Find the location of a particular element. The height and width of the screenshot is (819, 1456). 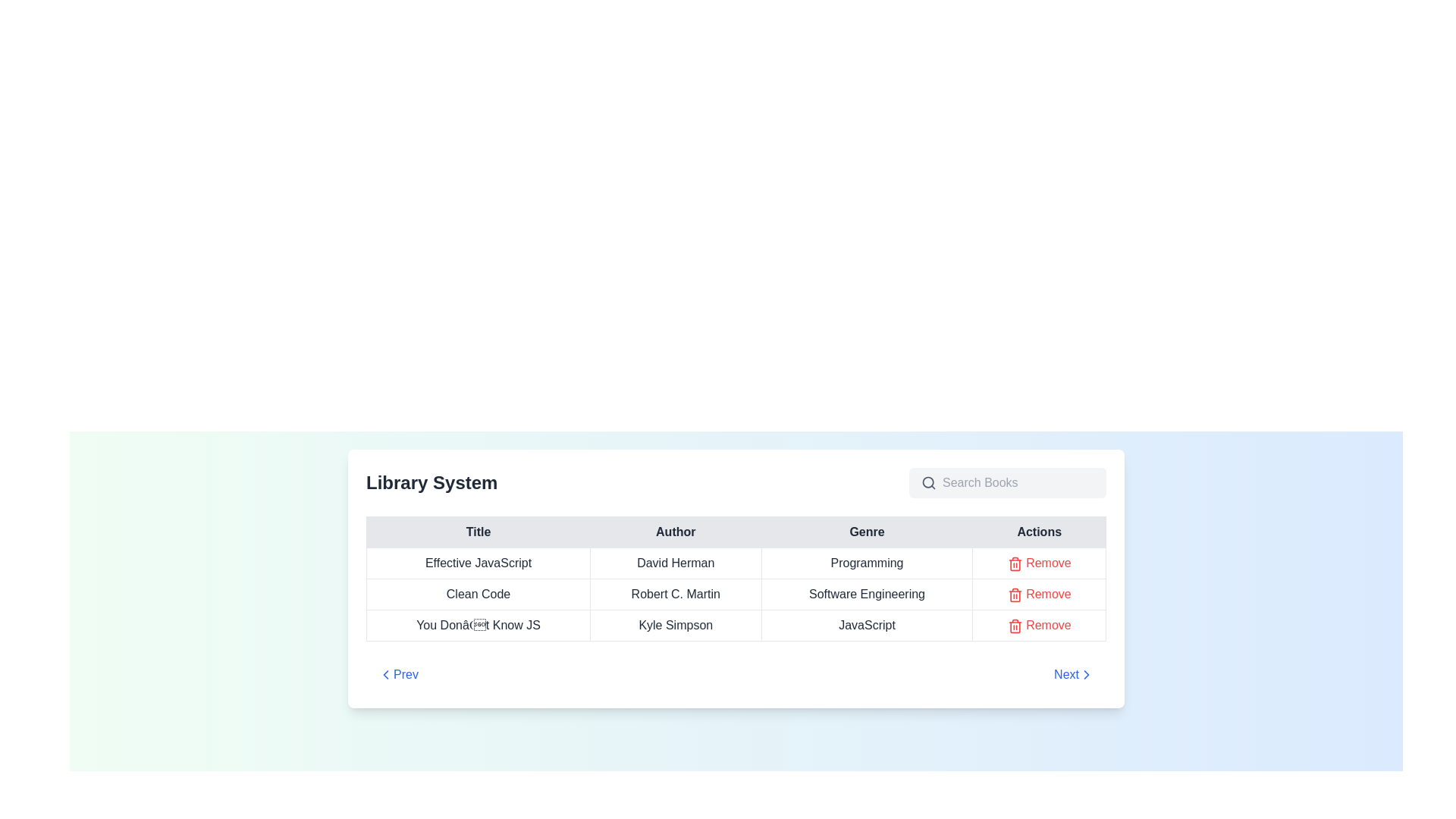

the 'Author' column header in the table, which is the second header cell located between 'Title' and 'Genre' is located at coordinates (675, 532).